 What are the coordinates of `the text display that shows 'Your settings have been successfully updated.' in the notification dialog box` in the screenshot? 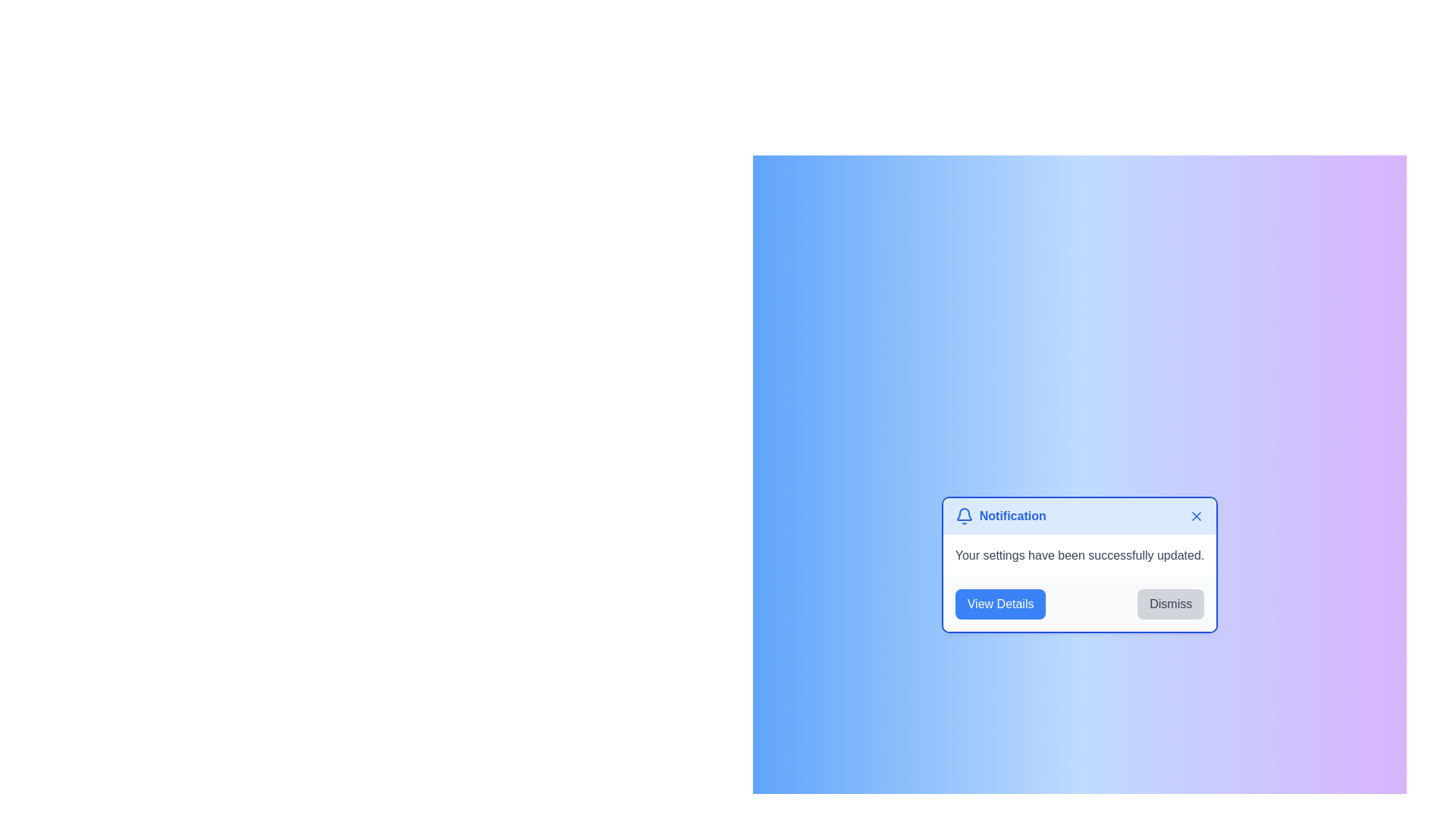 It's located at (1079, 555).